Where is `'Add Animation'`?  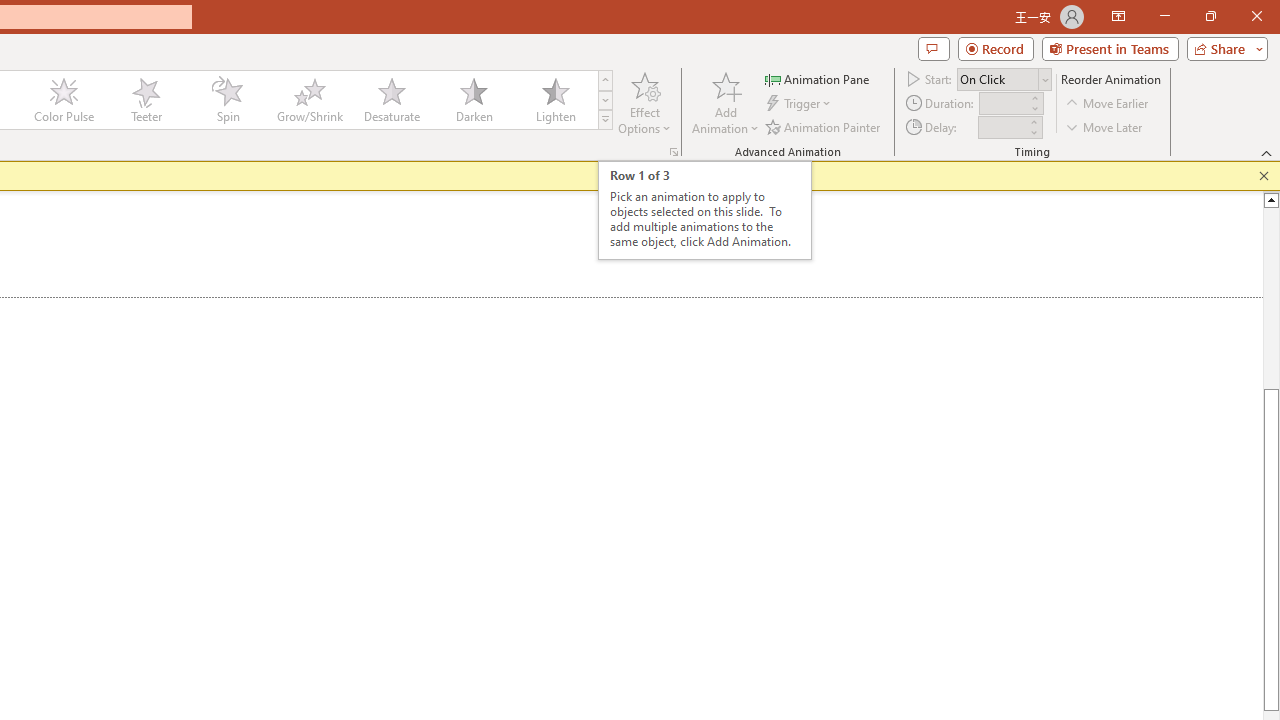 'Add Animation' is located at coordinates (724, 103).